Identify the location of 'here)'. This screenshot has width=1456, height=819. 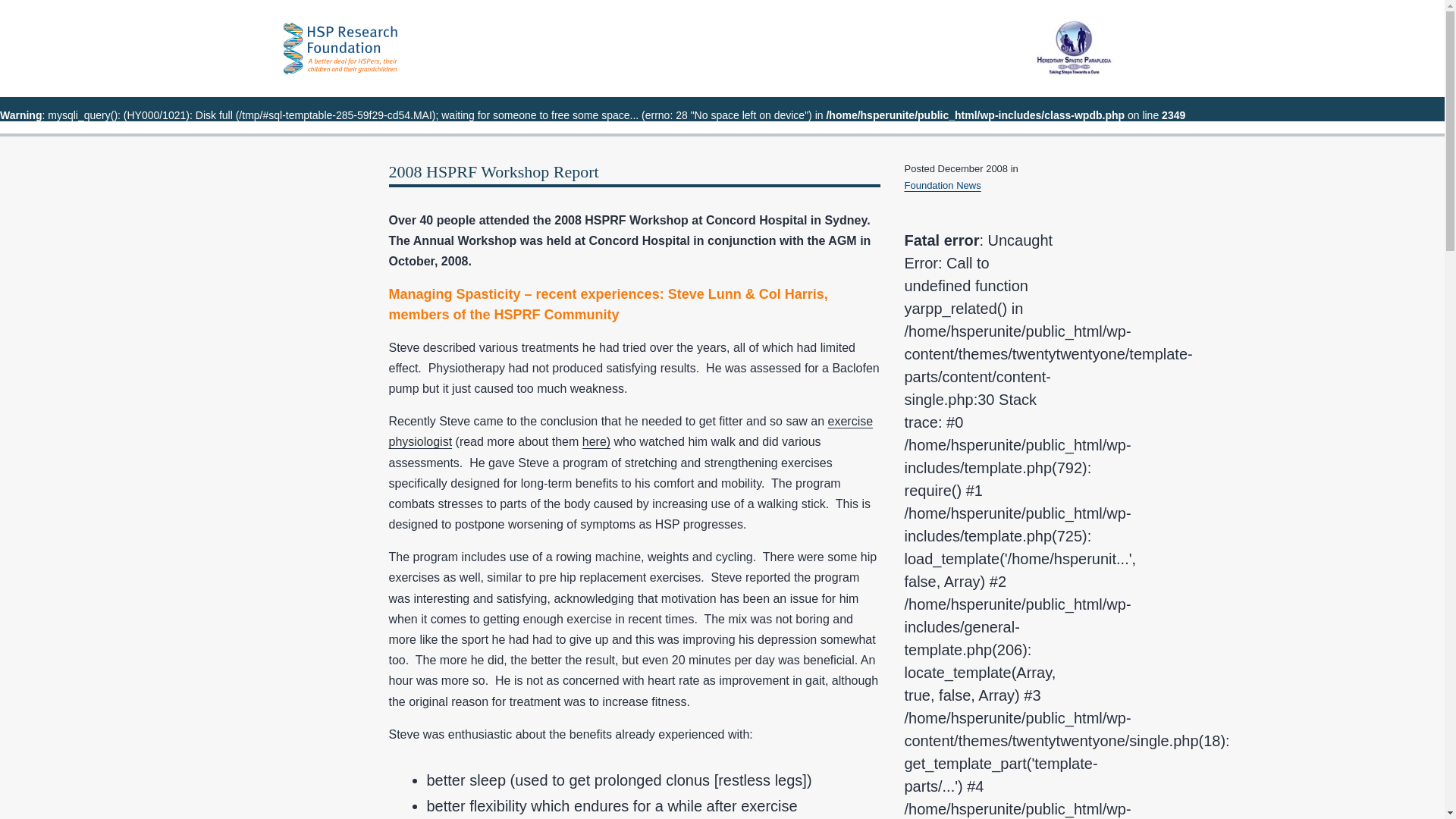
(595, 441).